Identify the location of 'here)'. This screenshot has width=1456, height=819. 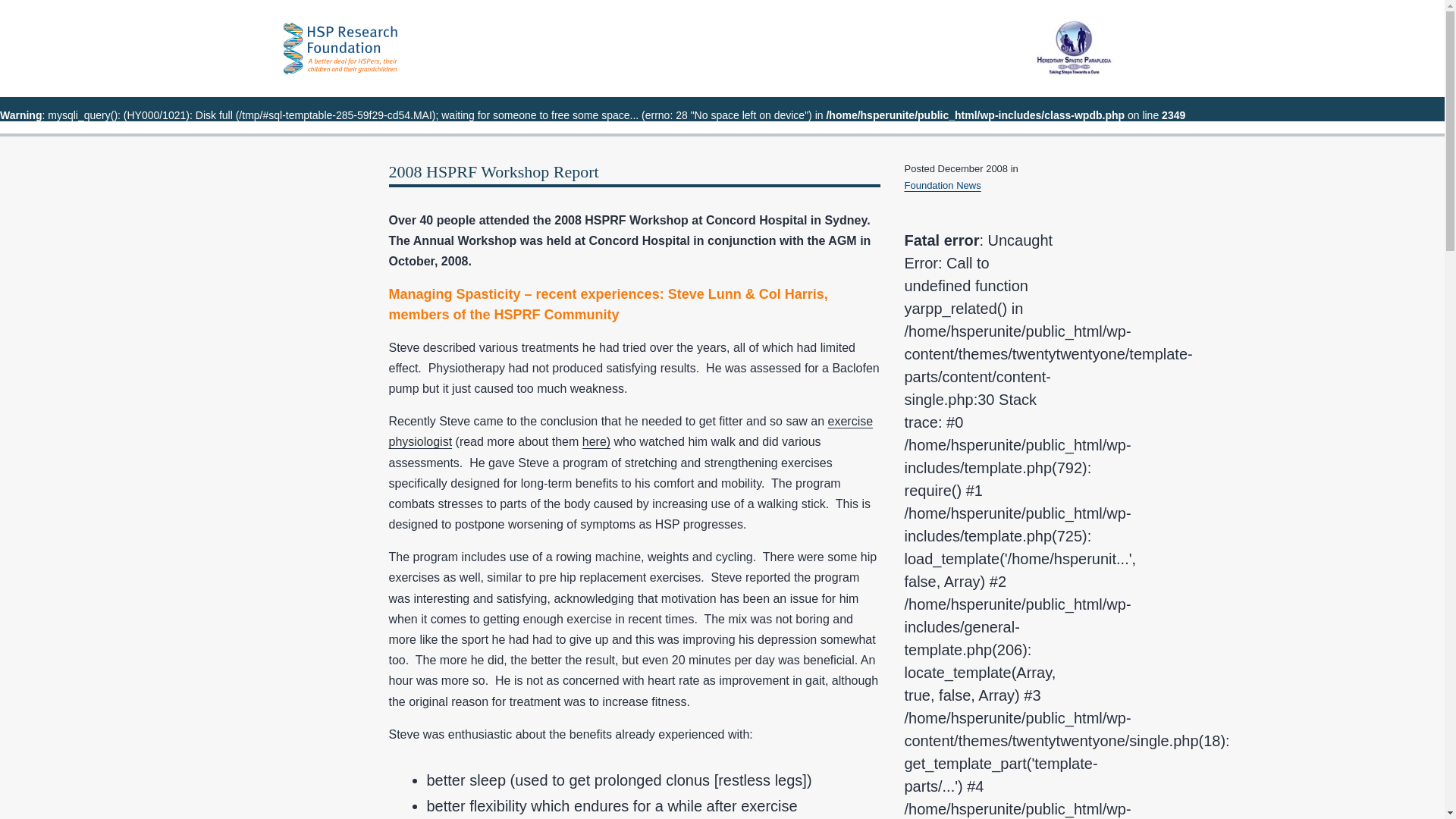
(595, 441).